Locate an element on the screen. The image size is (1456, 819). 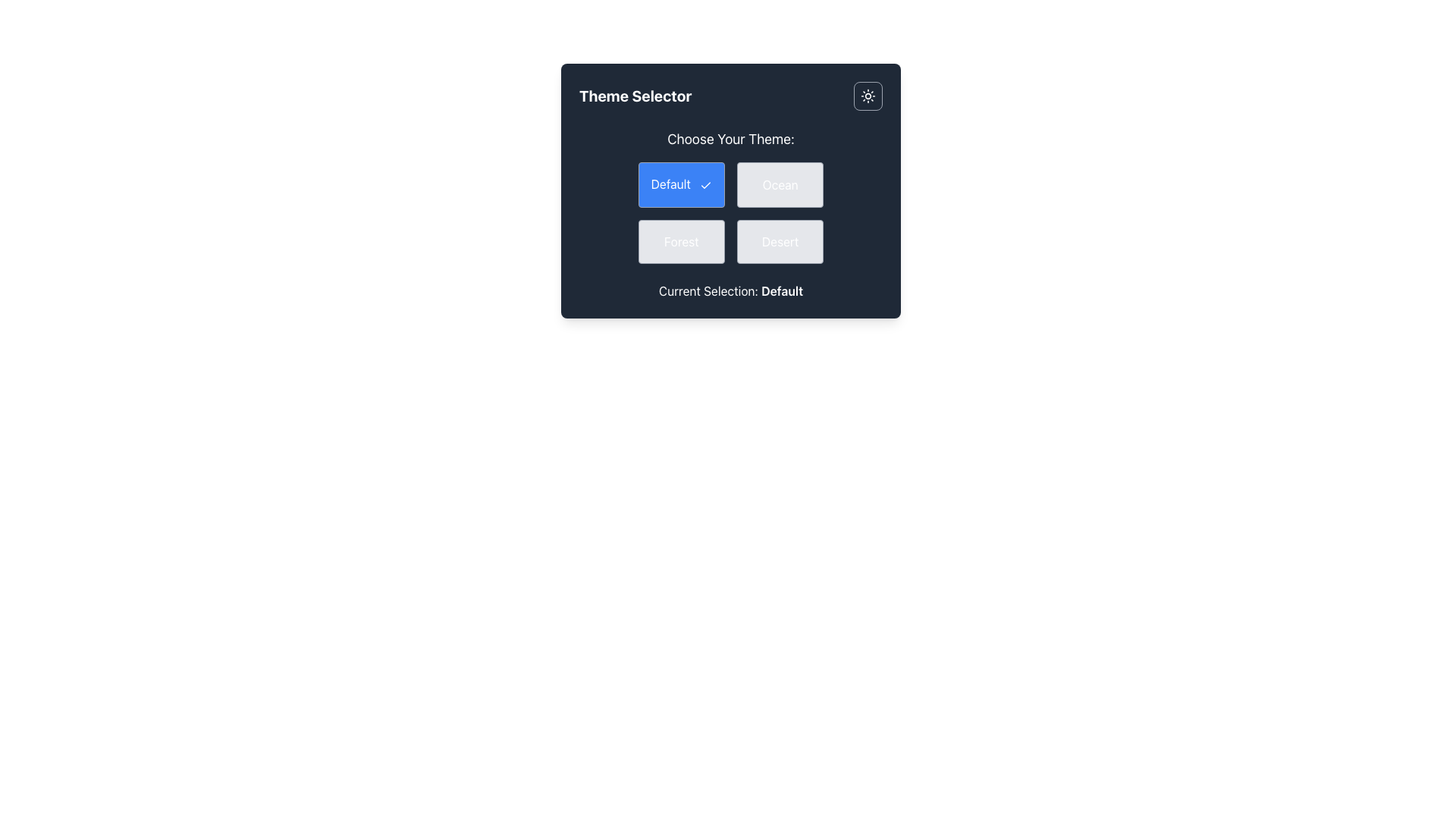
the static text element that indicates the current selected theme, located below the grid of selectable themes, specifically under the label 'Current Selection: Default' is located at coordinates (782, 290).